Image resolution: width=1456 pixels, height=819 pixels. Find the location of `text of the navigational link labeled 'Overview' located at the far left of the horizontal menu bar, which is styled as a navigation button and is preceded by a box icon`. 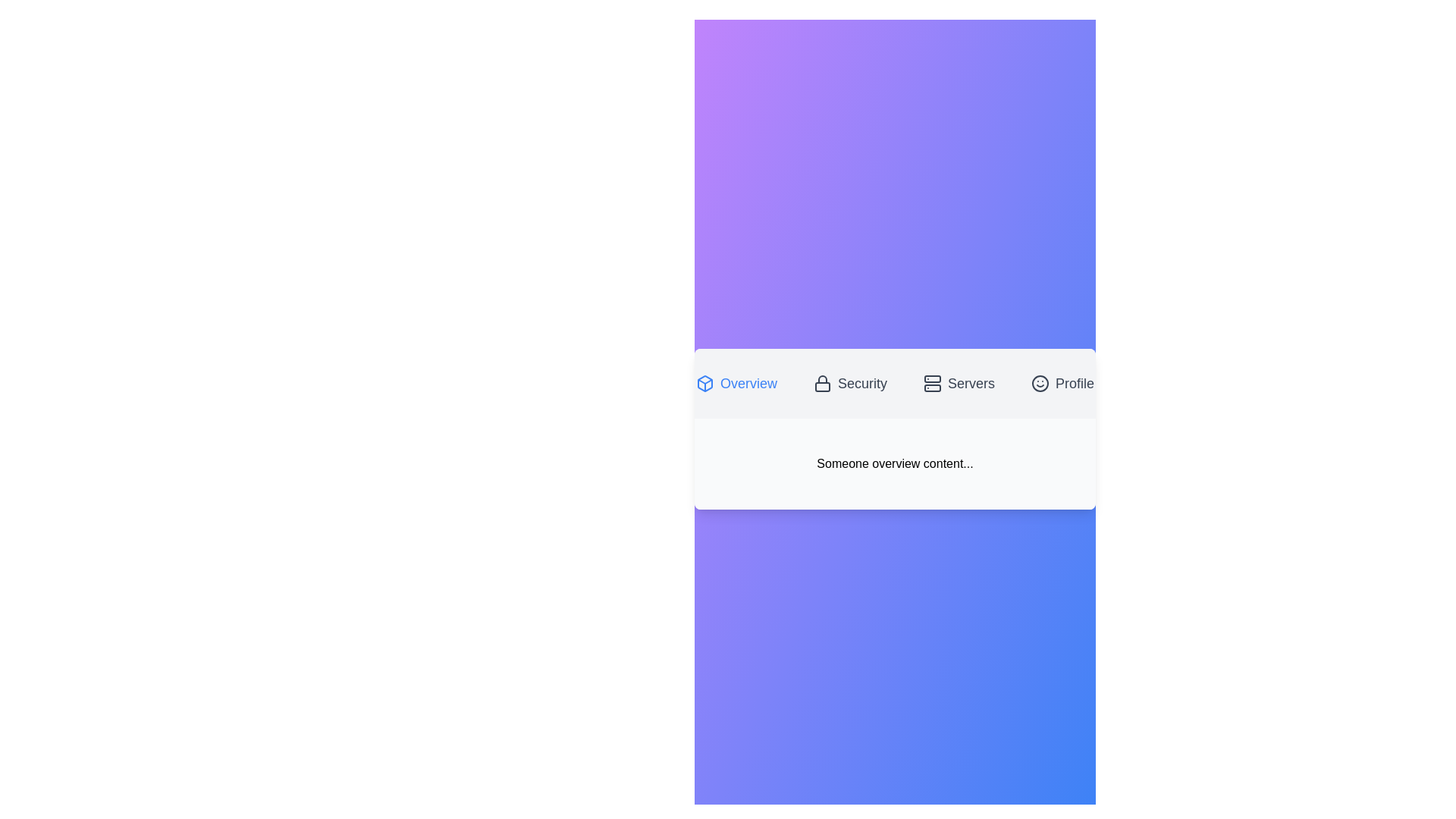

text of the navigational link labeled 'Overview' located at the far left of the horizontal menu bar, which is styled as a navigation button and is preceded by a box icon is located at coordinates (748, 382).